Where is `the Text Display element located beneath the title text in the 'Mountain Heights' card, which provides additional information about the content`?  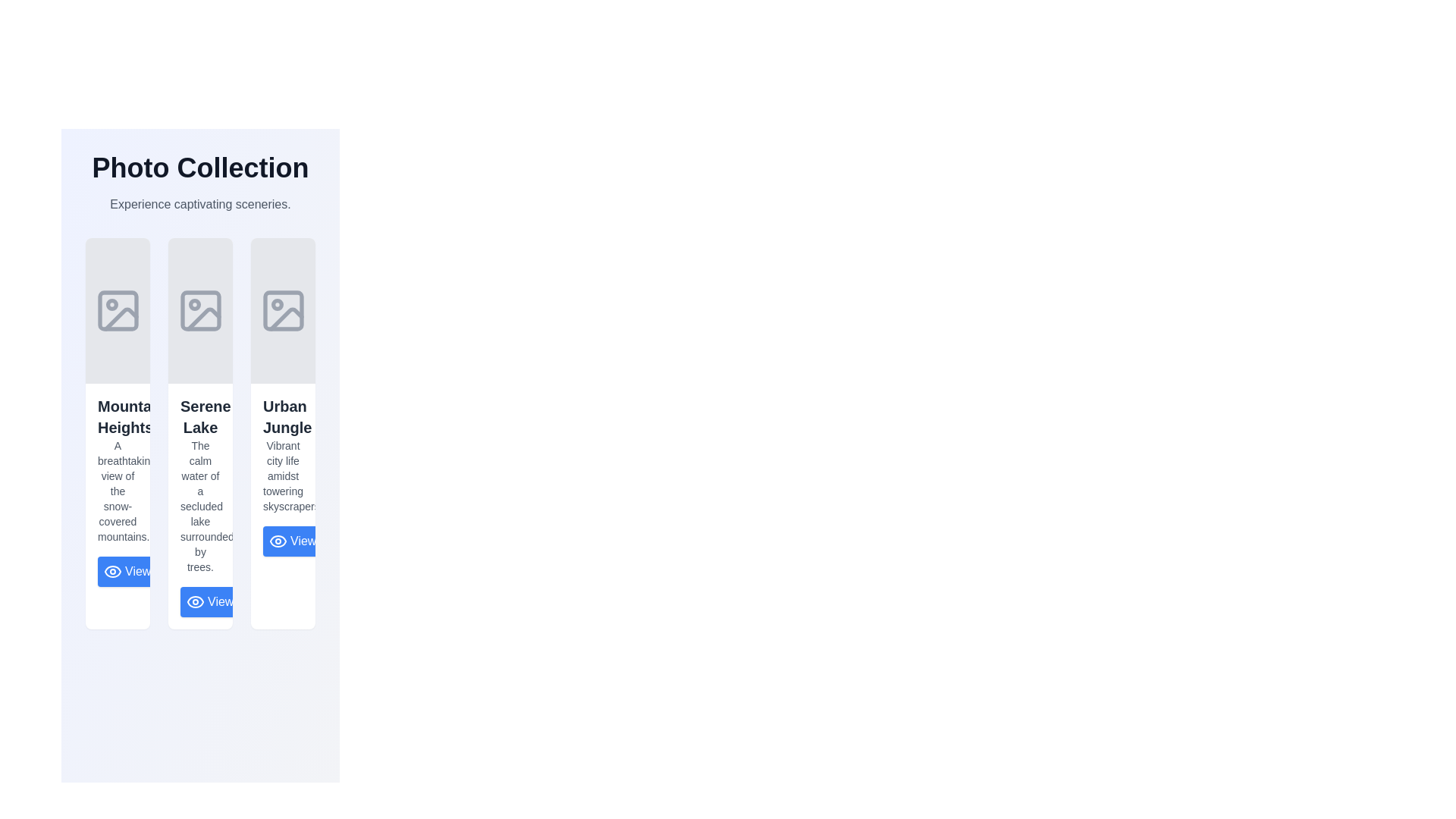
the Text Display element located beneath the title text in the 'Mountain Heights' card, which provides additional information about the content is located at coordinates (117, 491).